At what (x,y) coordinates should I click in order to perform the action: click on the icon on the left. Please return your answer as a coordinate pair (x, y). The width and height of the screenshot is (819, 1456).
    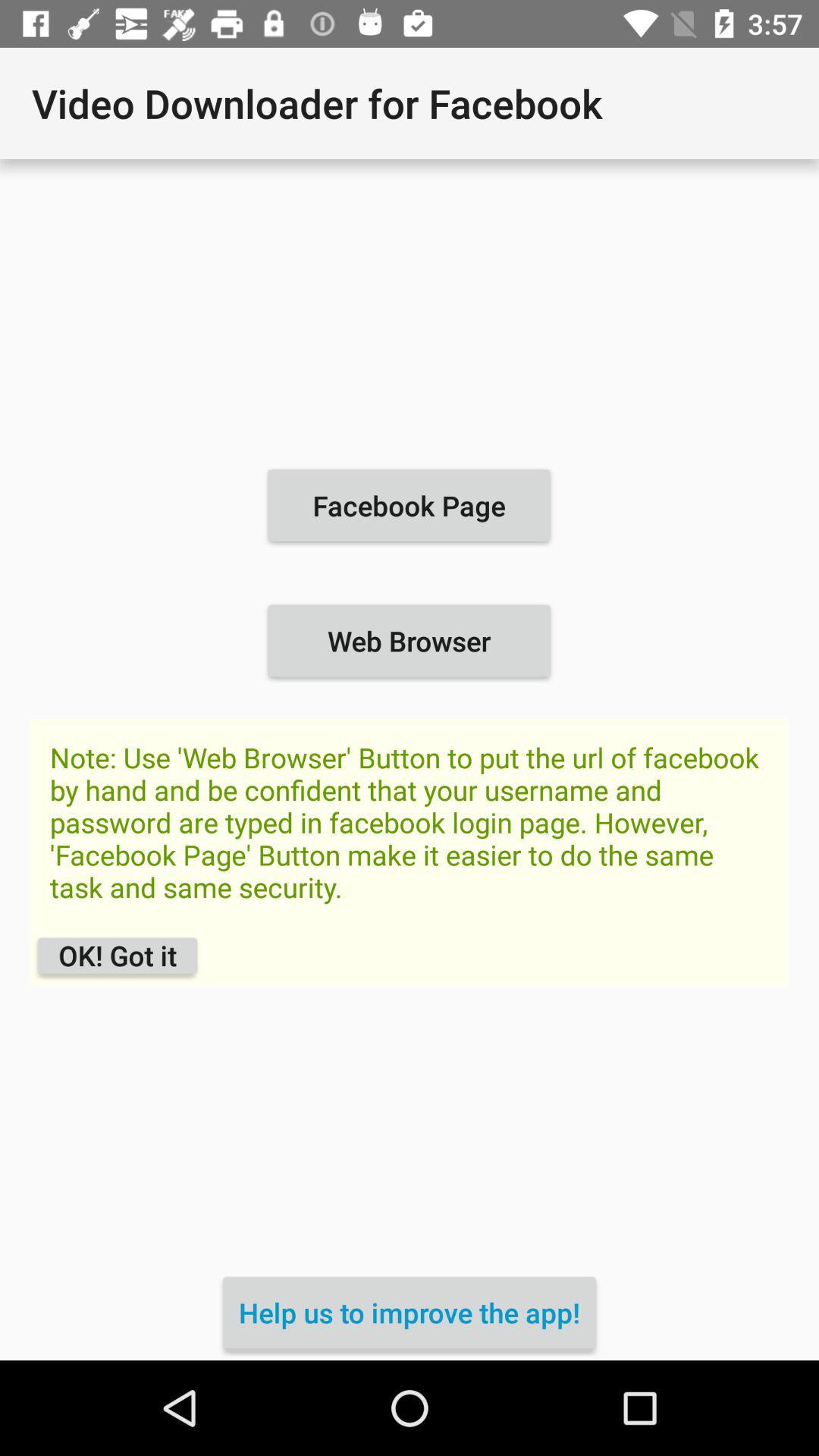
    Looking at the image, I should click on (117, 955).